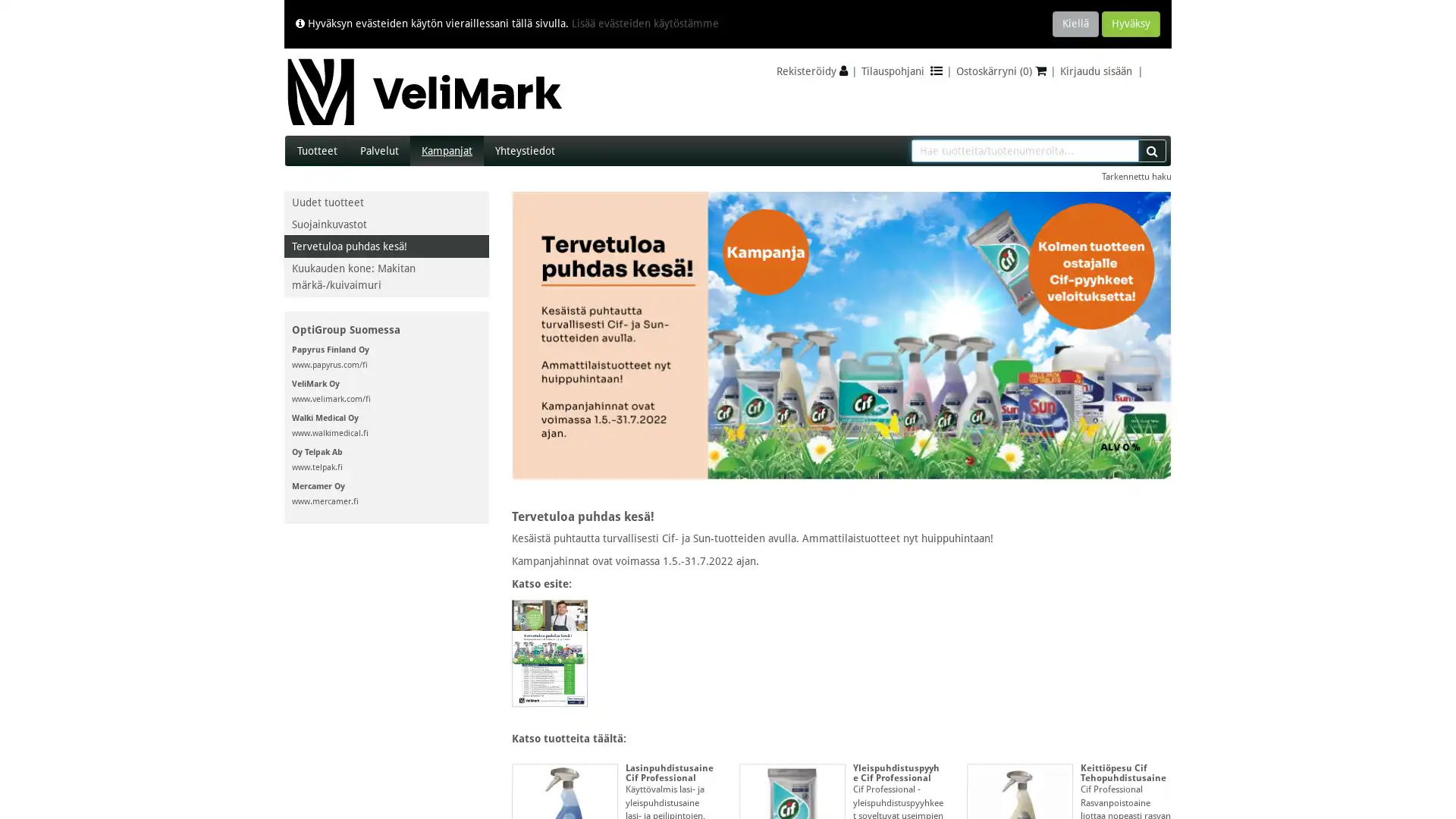 This screenshot has height=819, width=1456. I want to click on Hyvaksy, so click(1131, 24).